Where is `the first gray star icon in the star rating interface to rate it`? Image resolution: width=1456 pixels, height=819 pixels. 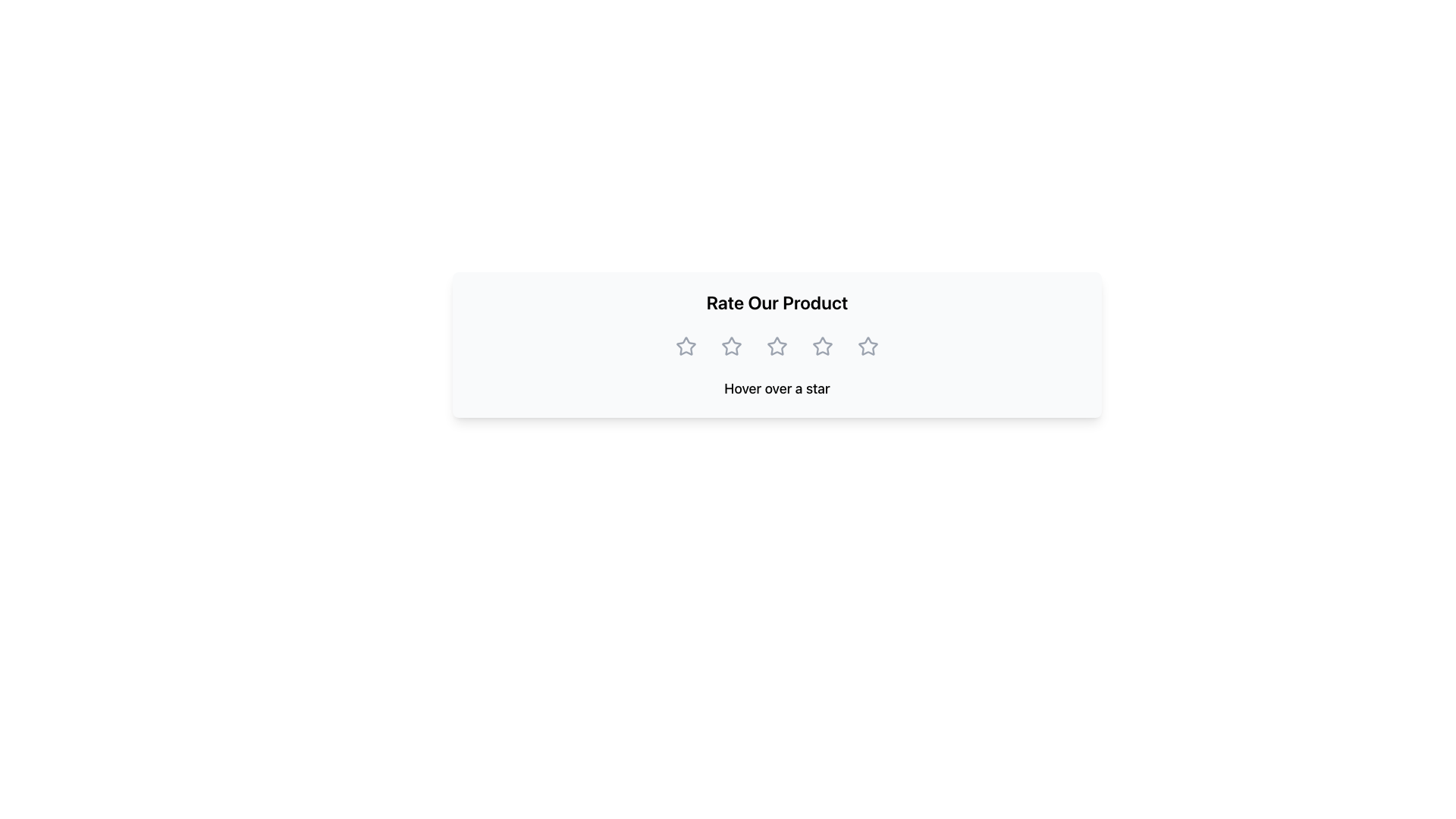 the first gray star icon in the star rating interface to rate it is located at coordinates (686, 346).